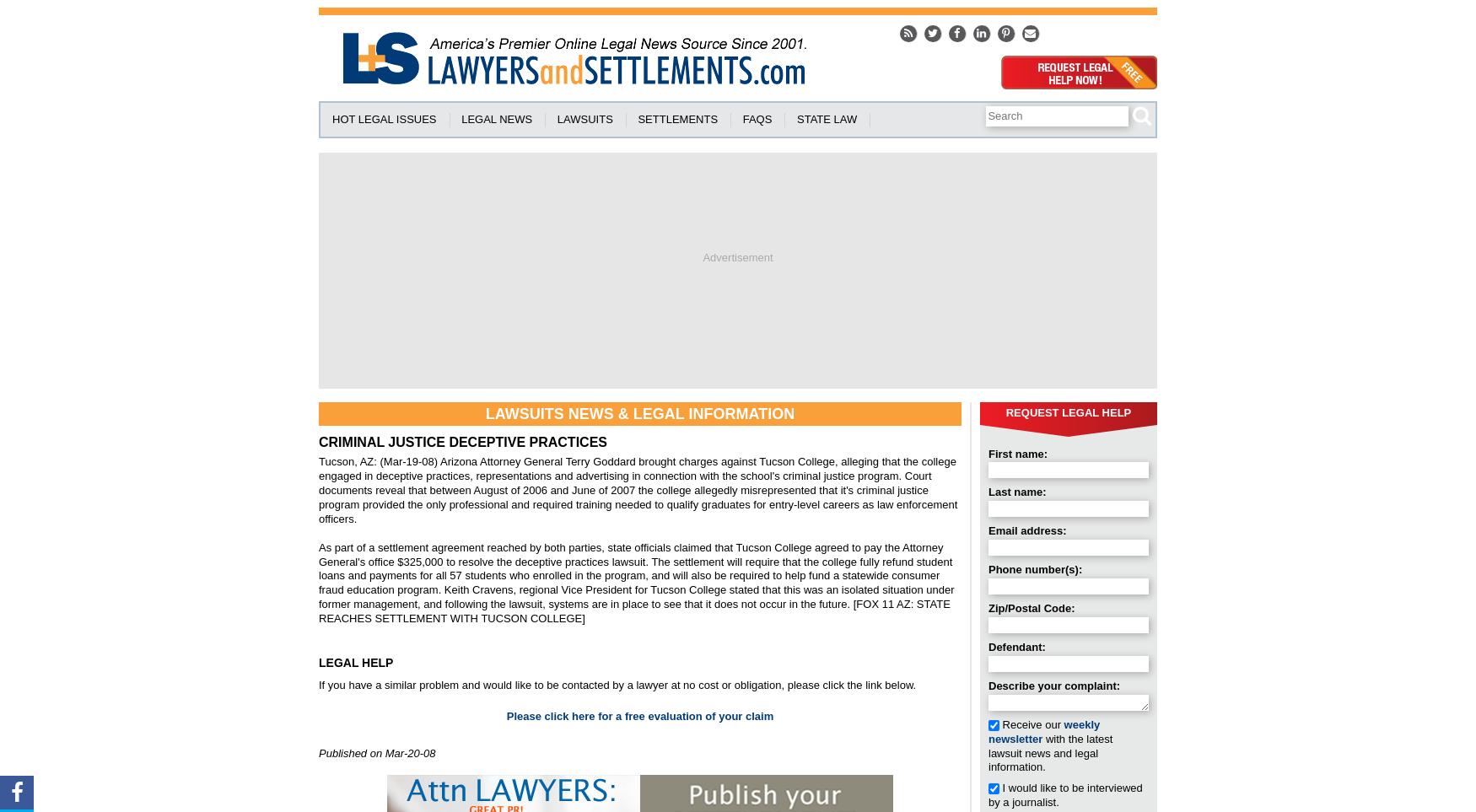 The height and width of the screenshot is (812, 1476). What do you see at coordinates (1050, 751) in the screenshot?
I see `'with the latest lawsuit news and legal information.'` at bounding box center [1050, 751].